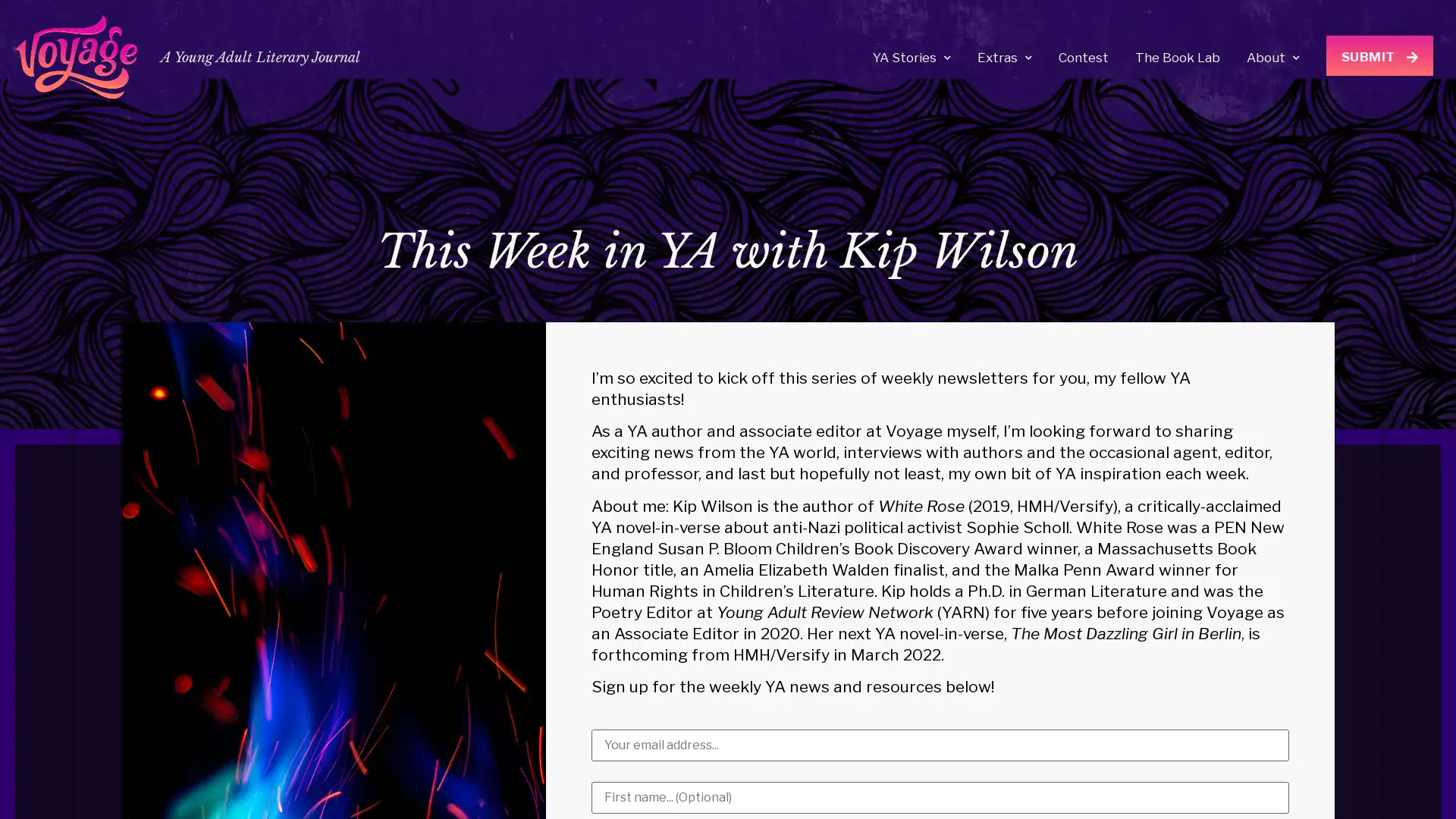  I want to click on SUBMIT, so click(1379, 55).